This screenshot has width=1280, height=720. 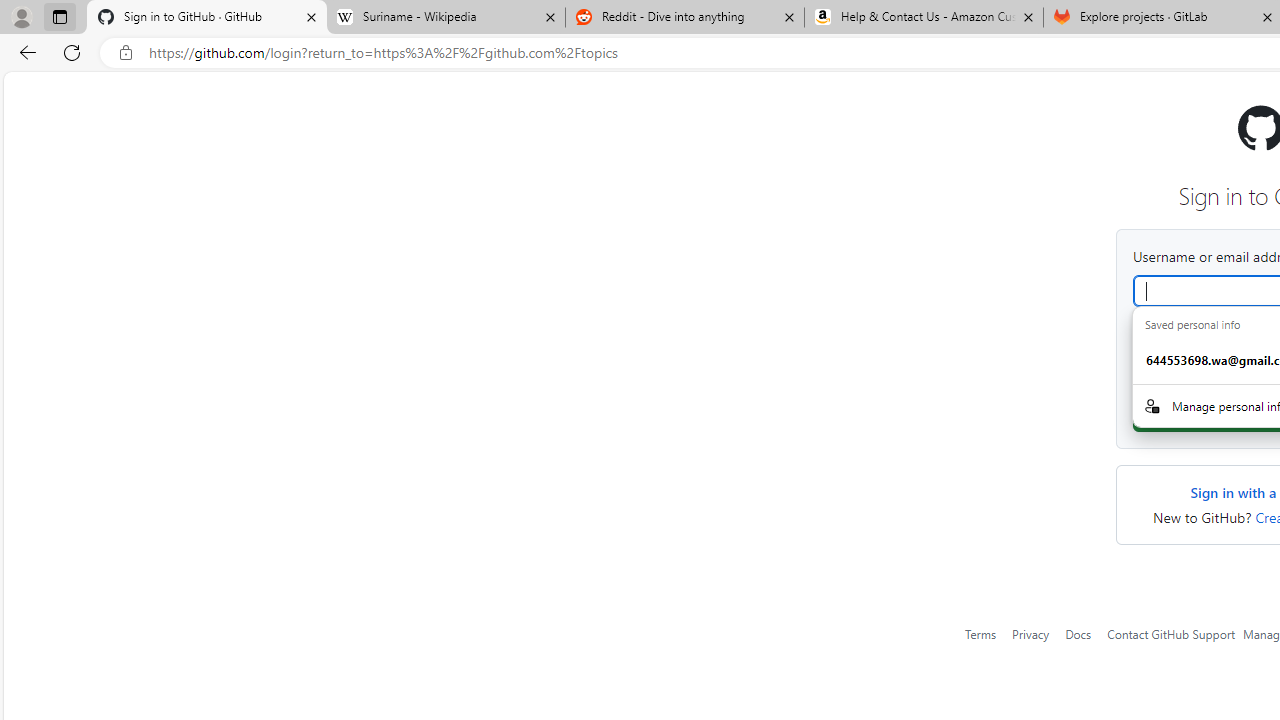 I want to click on 'Reddit - Dive into anything', so click(x=684, y=17).